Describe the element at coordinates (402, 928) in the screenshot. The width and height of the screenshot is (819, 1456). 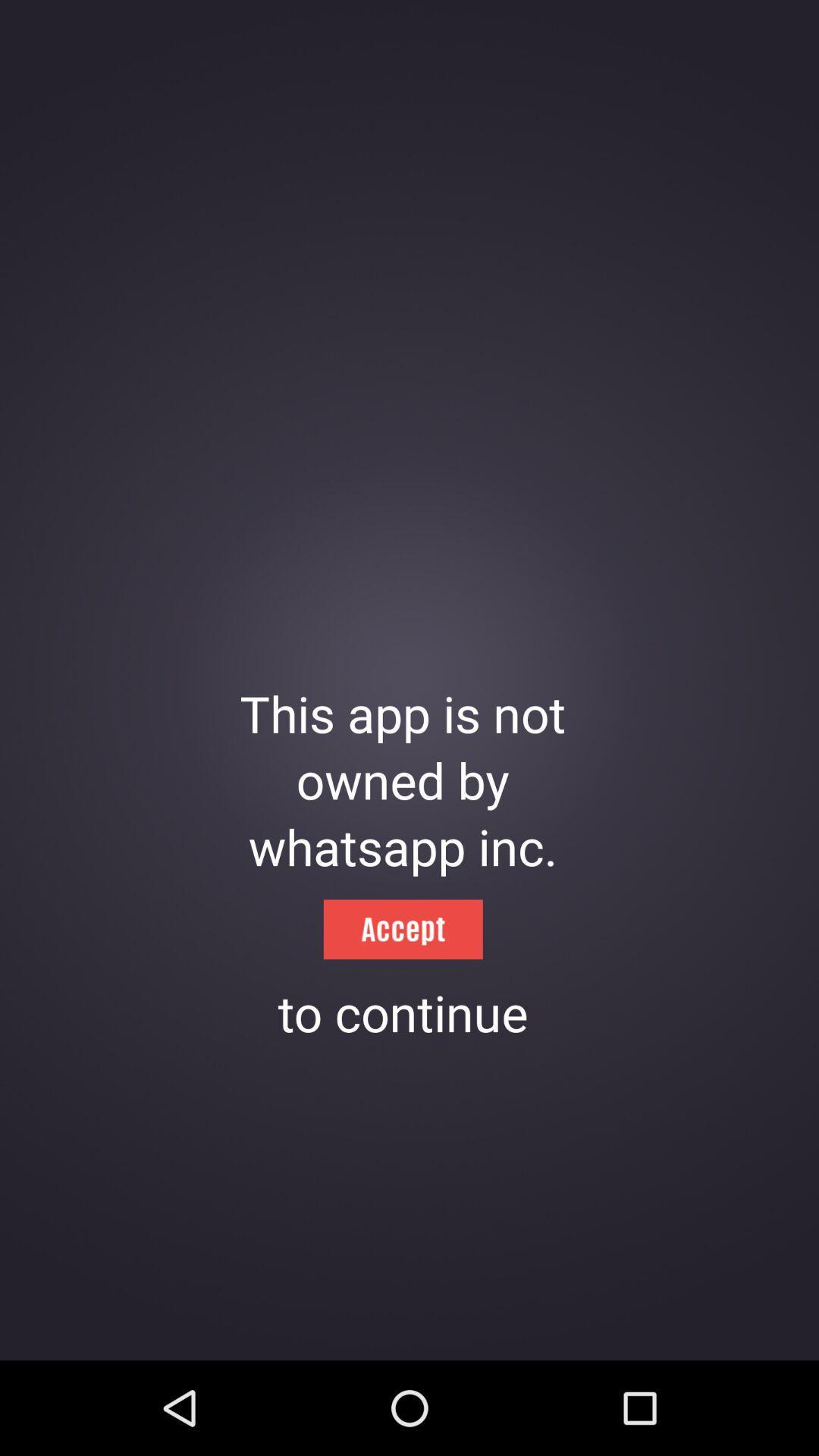
I see `accept conditions` at that location.